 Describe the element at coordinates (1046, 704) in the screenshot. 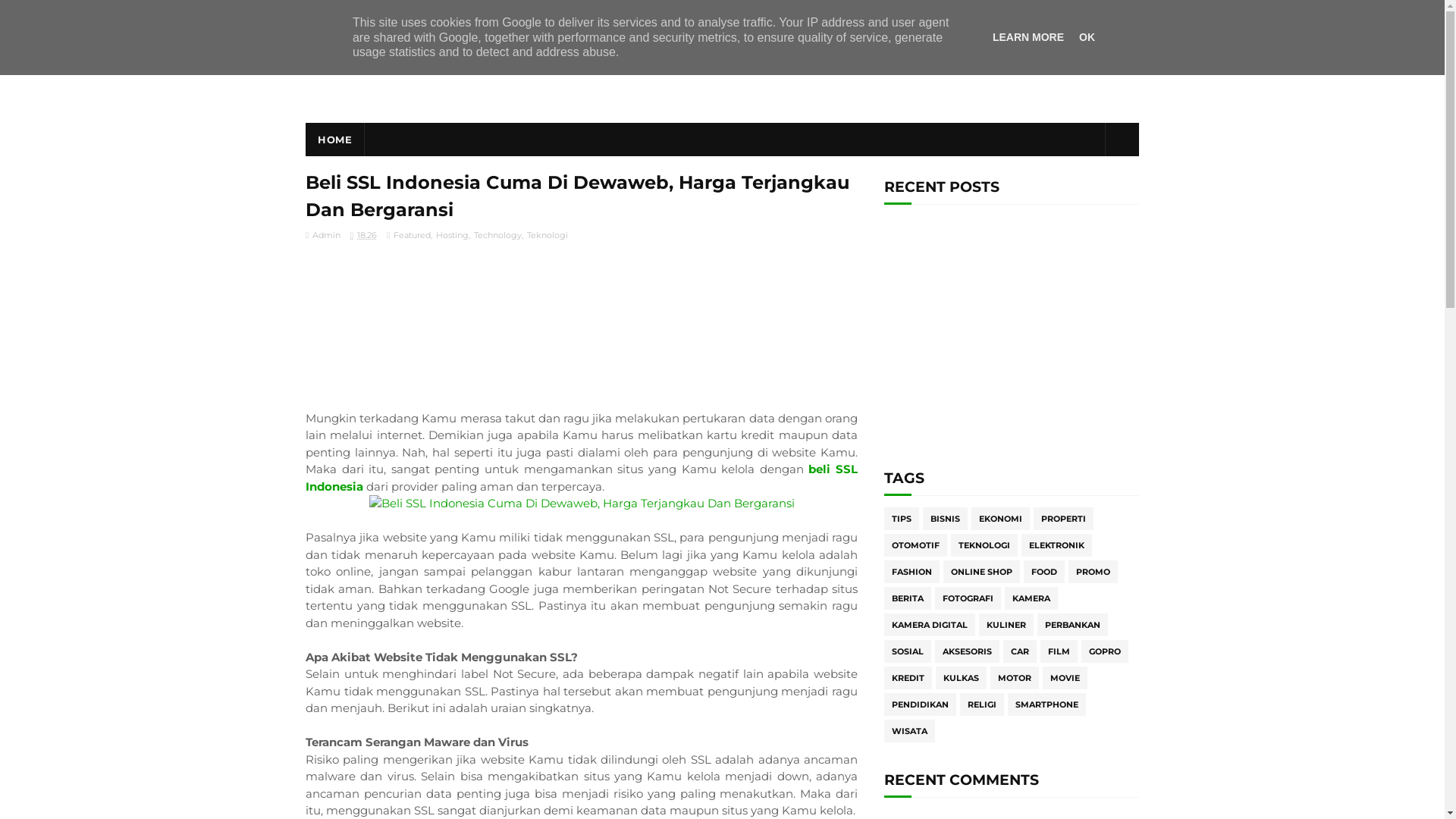

I see `'SMARTPHONE'` at that location.